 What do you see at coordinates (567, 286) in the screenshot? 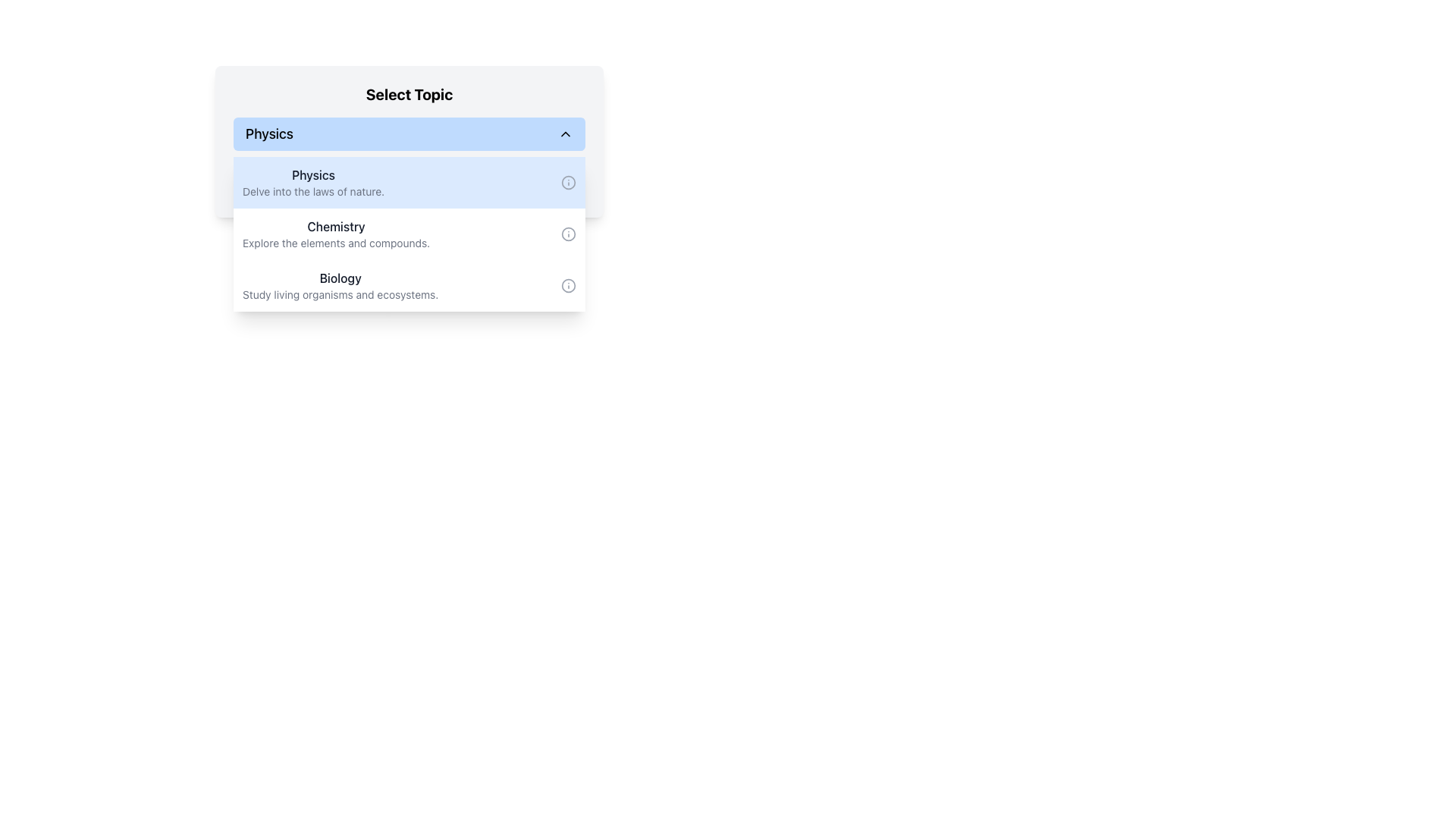
I see `the information icon located to the far-right of the 'Biology' section` at bounding box center [567, 286].